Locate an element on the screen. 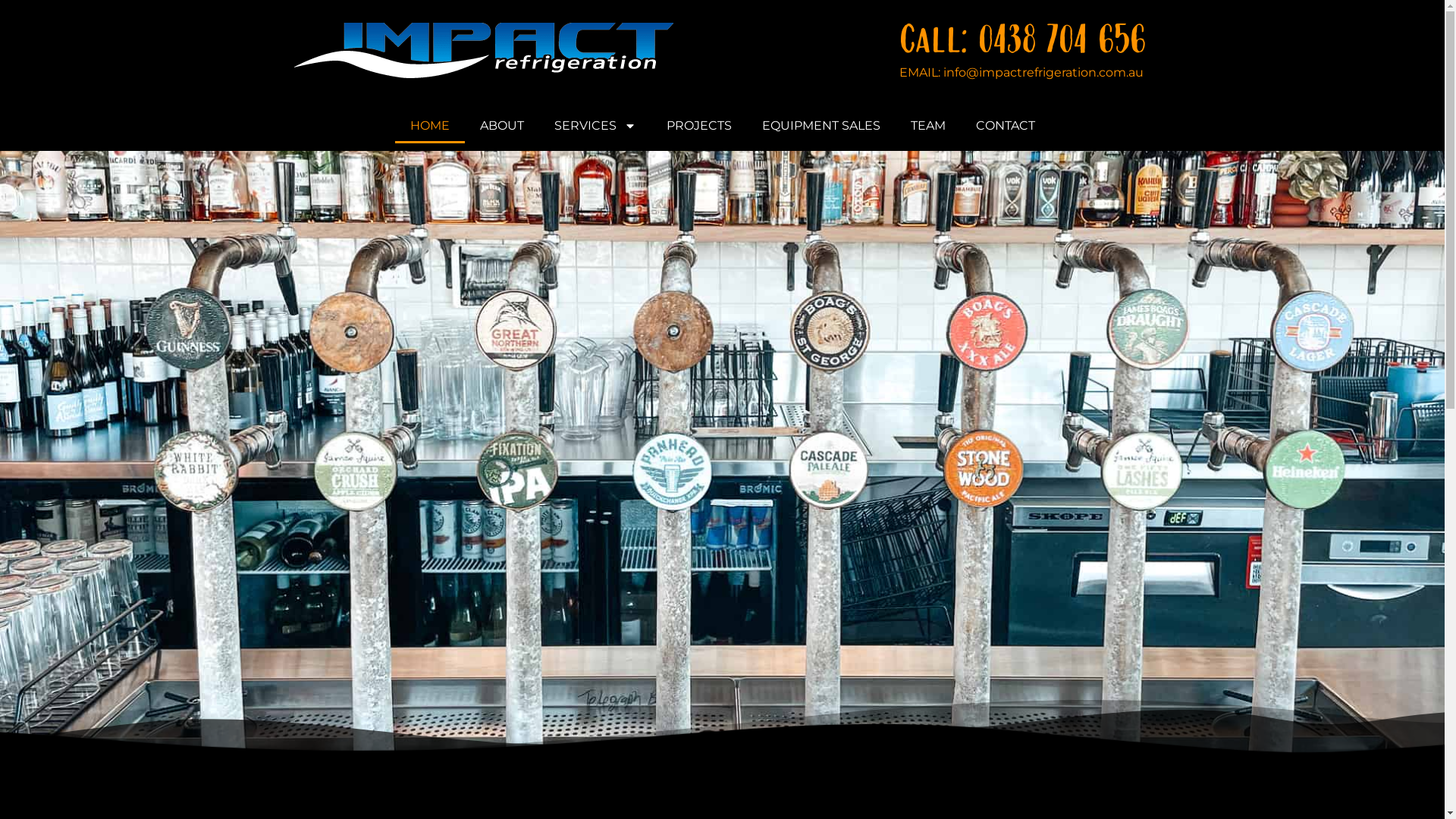  'info@impactrefrigeration.com.au' is located at coordinates (1043, 72).